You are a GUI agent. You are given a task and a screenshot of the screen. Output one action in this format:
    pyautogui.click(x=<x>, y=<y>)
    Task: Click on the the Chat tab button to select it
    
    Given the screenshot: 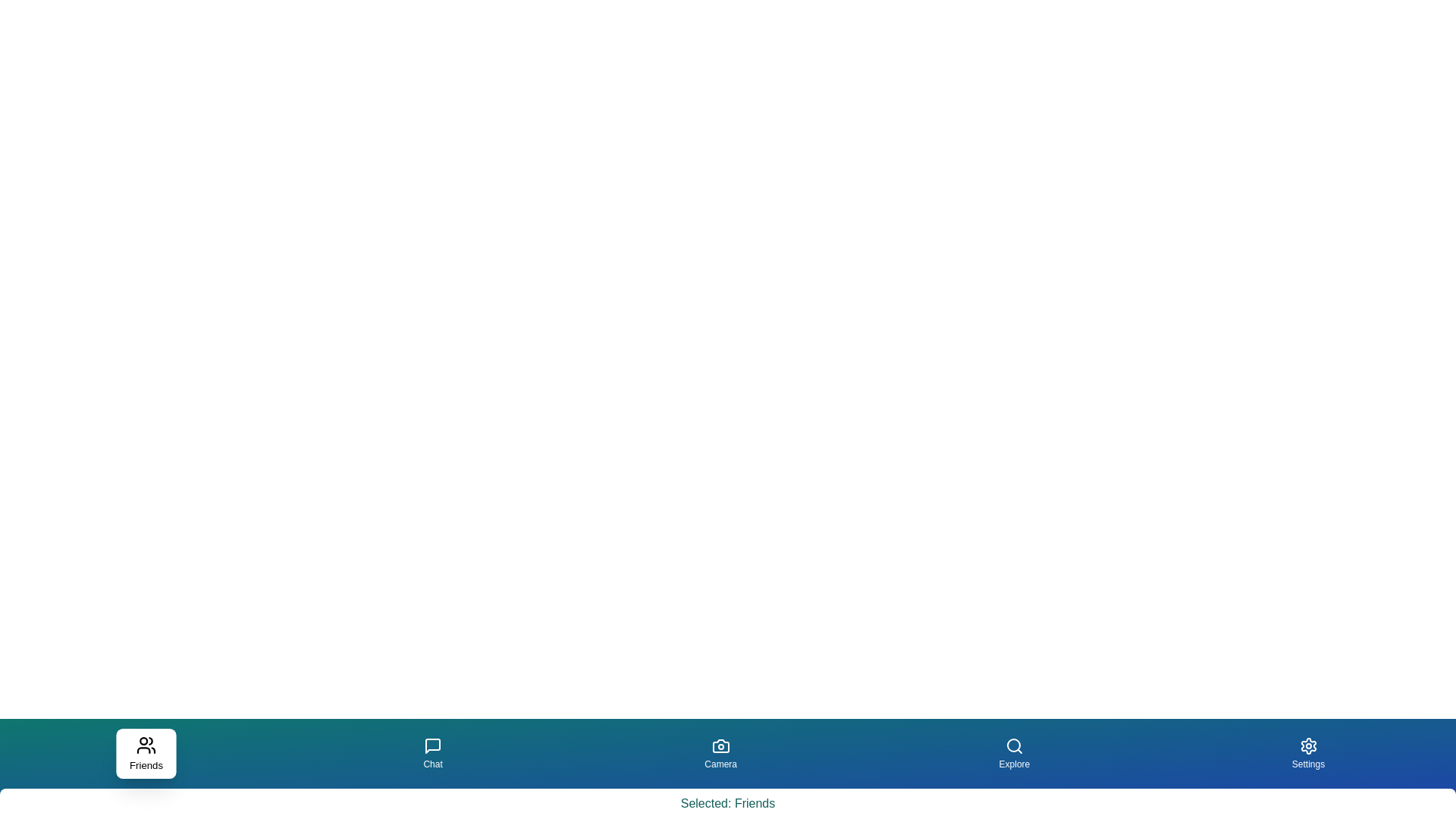 What is the action you would take?
    pyautogui.click(x=432, y=754)
    